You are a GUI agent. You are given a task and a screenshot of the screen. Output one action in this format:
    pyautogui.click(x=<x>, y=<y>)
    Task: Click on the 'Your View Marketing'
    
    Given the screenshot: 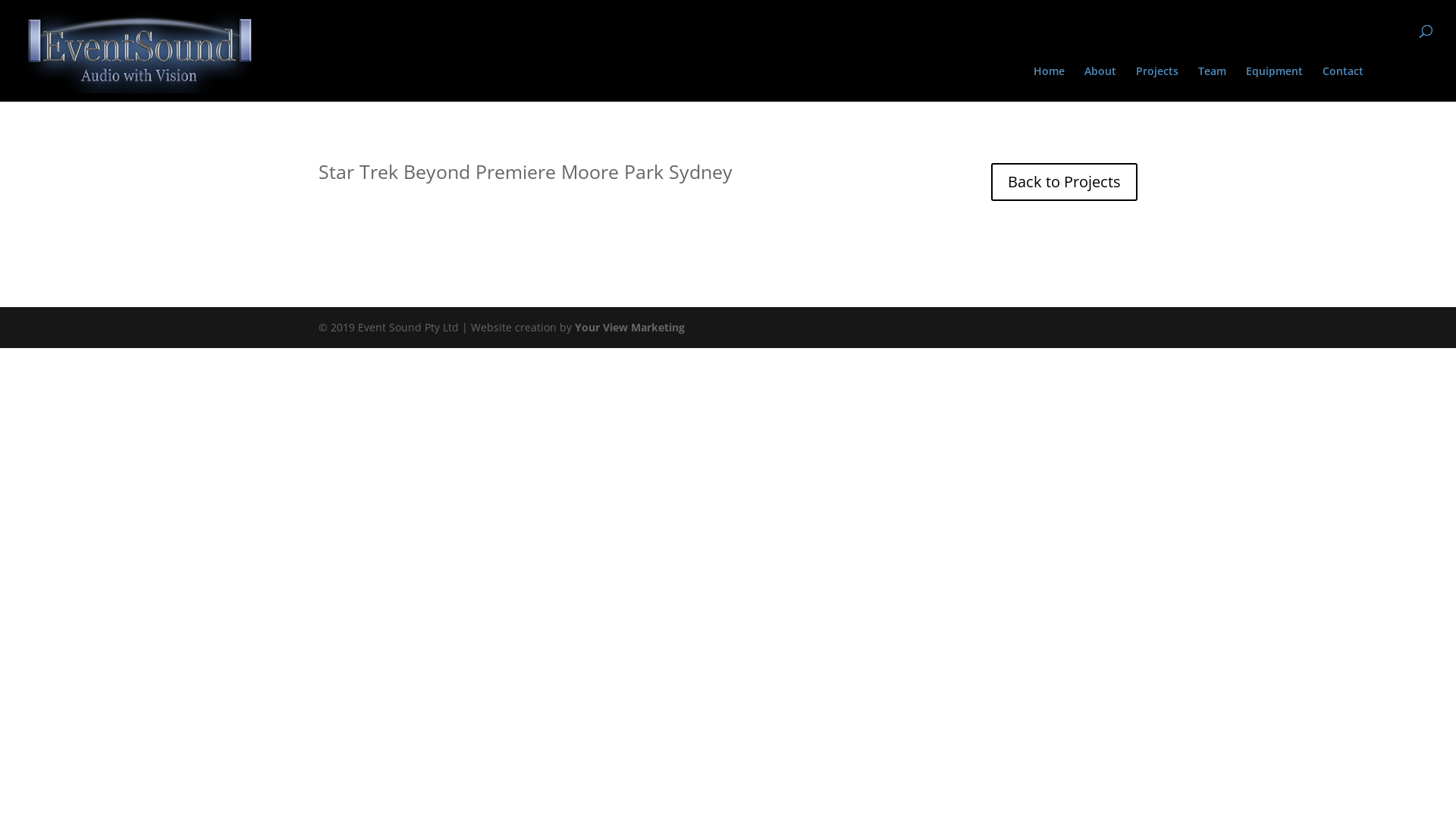 What is the action you would take?
    pyautogui.click(x=629, y=326)
    